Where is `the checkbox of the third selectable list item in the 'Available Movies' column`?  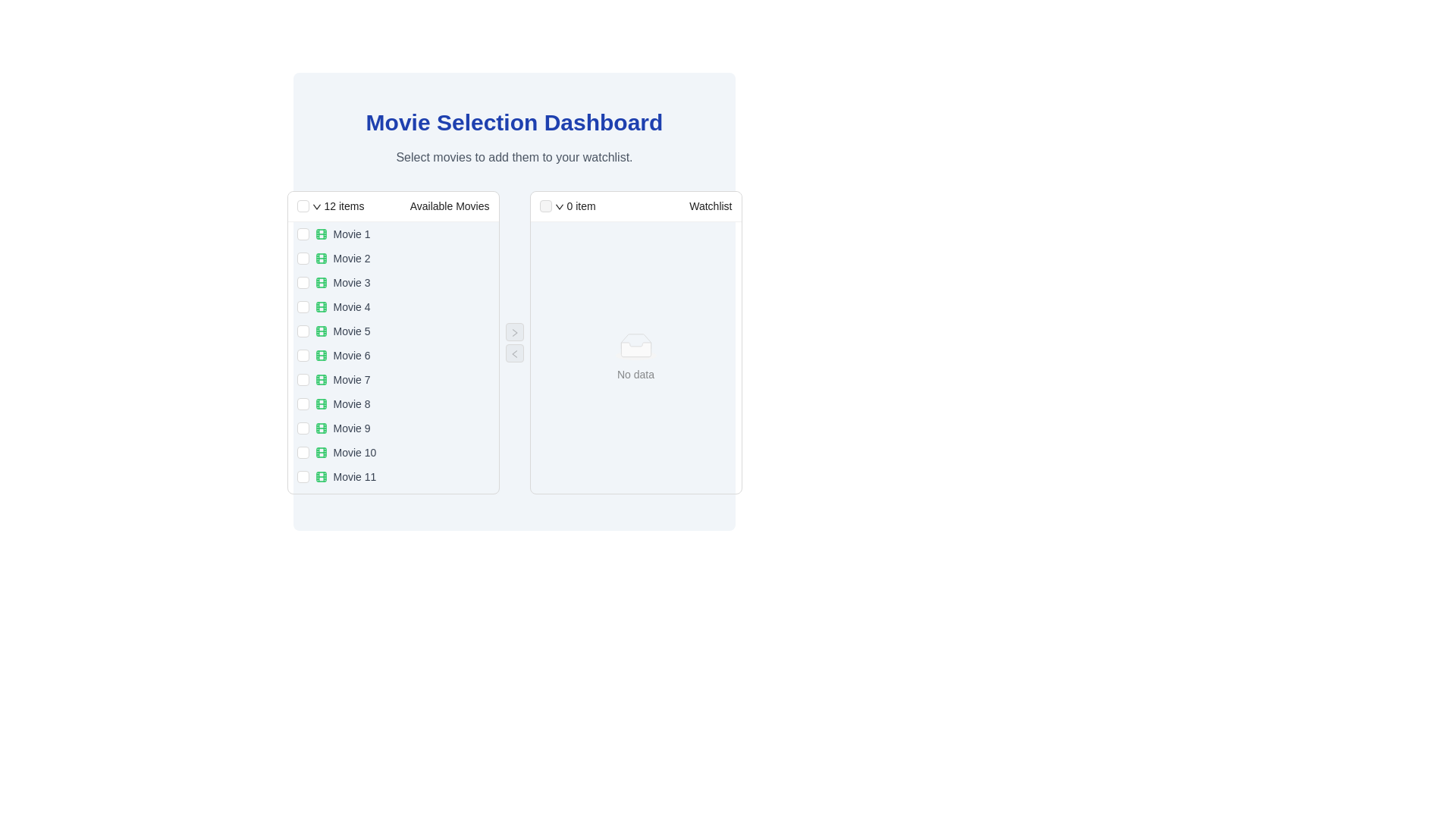
the checkbox of the third selectable list item in the 'Available Movies' column is located at coordinates (393, 283).